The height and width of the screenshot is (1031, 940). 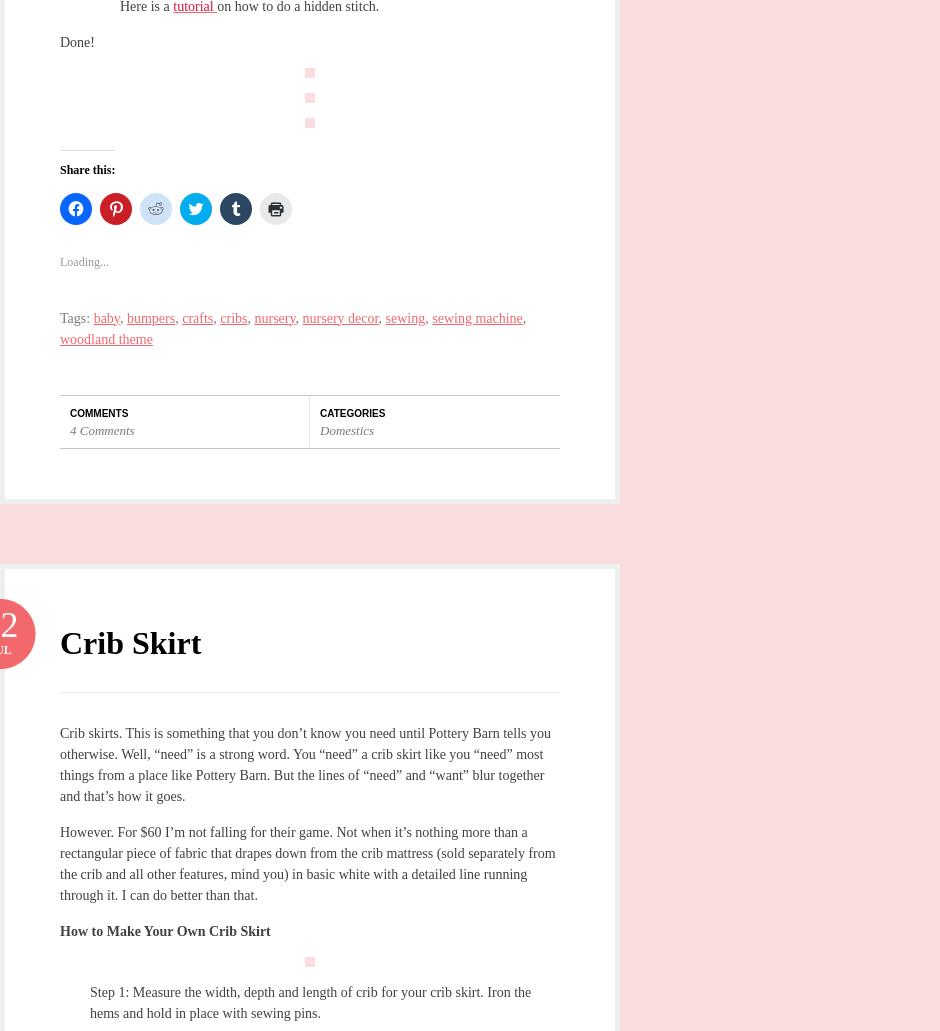 I want to click on 'Tags:', so click(x=75, y=316).